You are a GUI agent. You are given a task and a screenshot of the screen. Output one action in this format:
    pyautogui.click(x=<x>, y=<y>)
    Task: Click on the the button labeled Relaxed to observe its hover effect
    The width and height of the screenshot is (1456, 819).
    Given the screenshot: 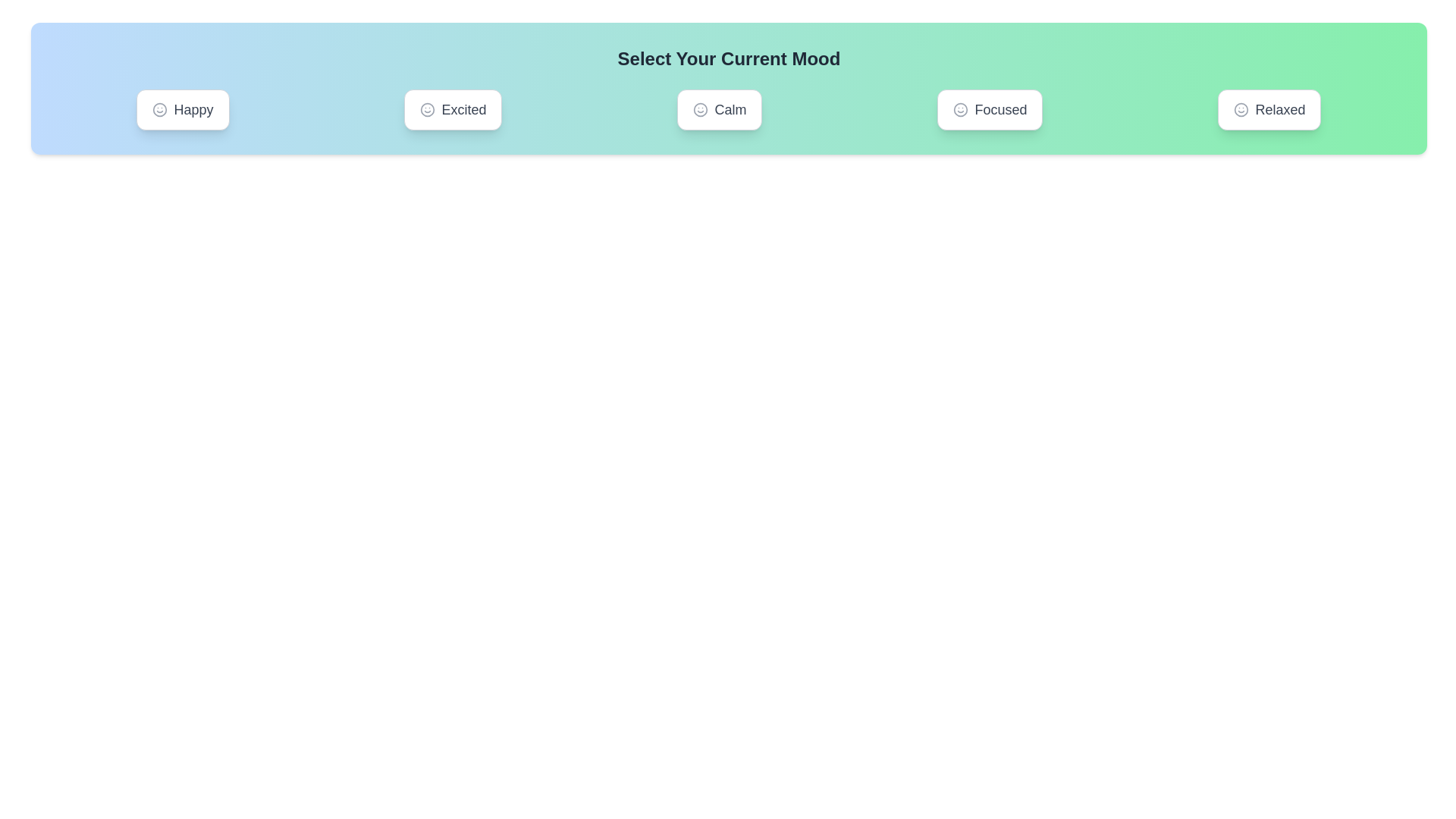 What is the action you would take?
    pyautogui.click(x=1269, y=109)
    